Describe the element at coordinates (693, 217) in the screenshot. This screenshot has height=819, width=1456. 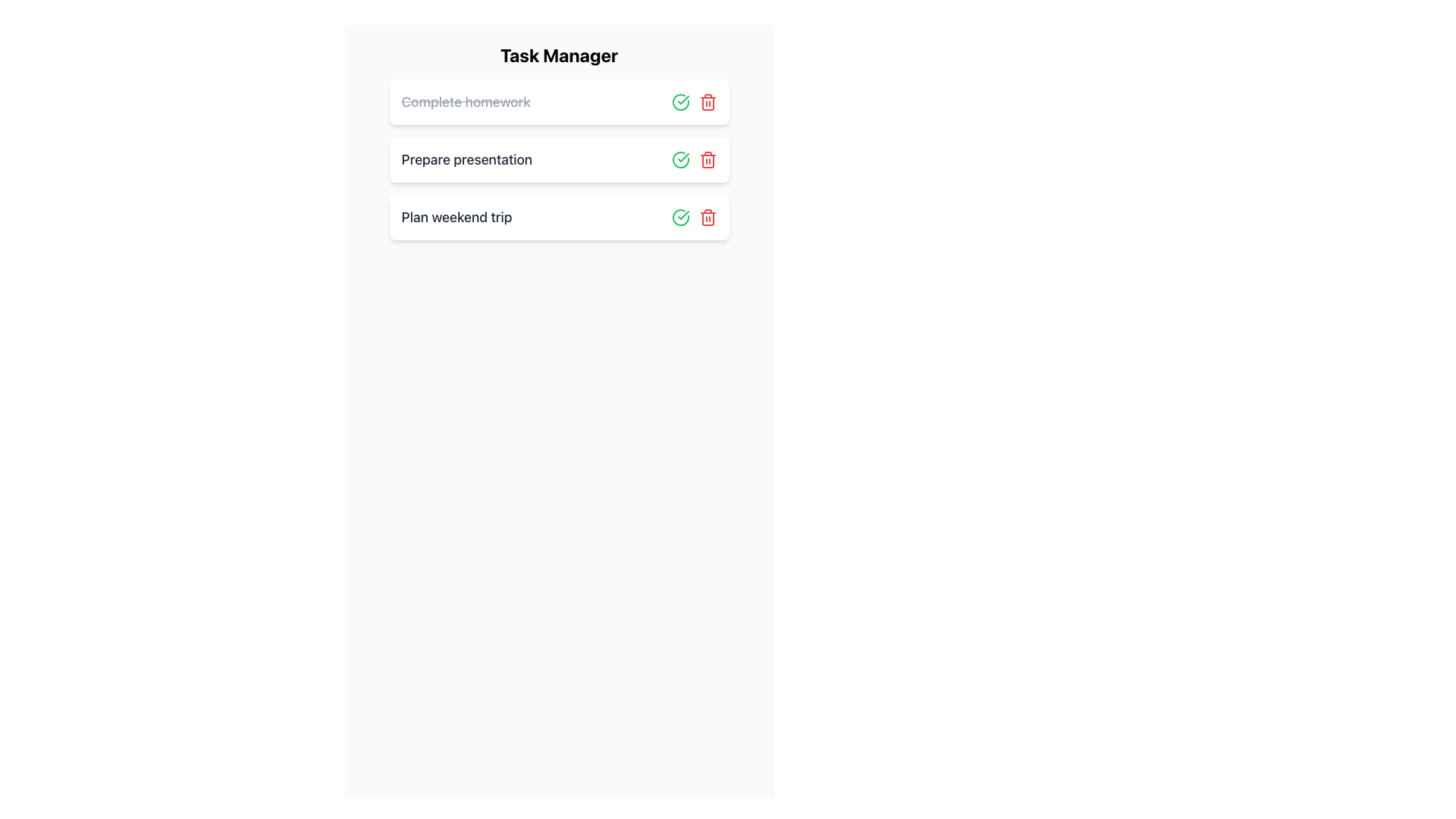
I see `the Grouped Interactive Icons within the 'Plan weekend trip' task card` at that location.